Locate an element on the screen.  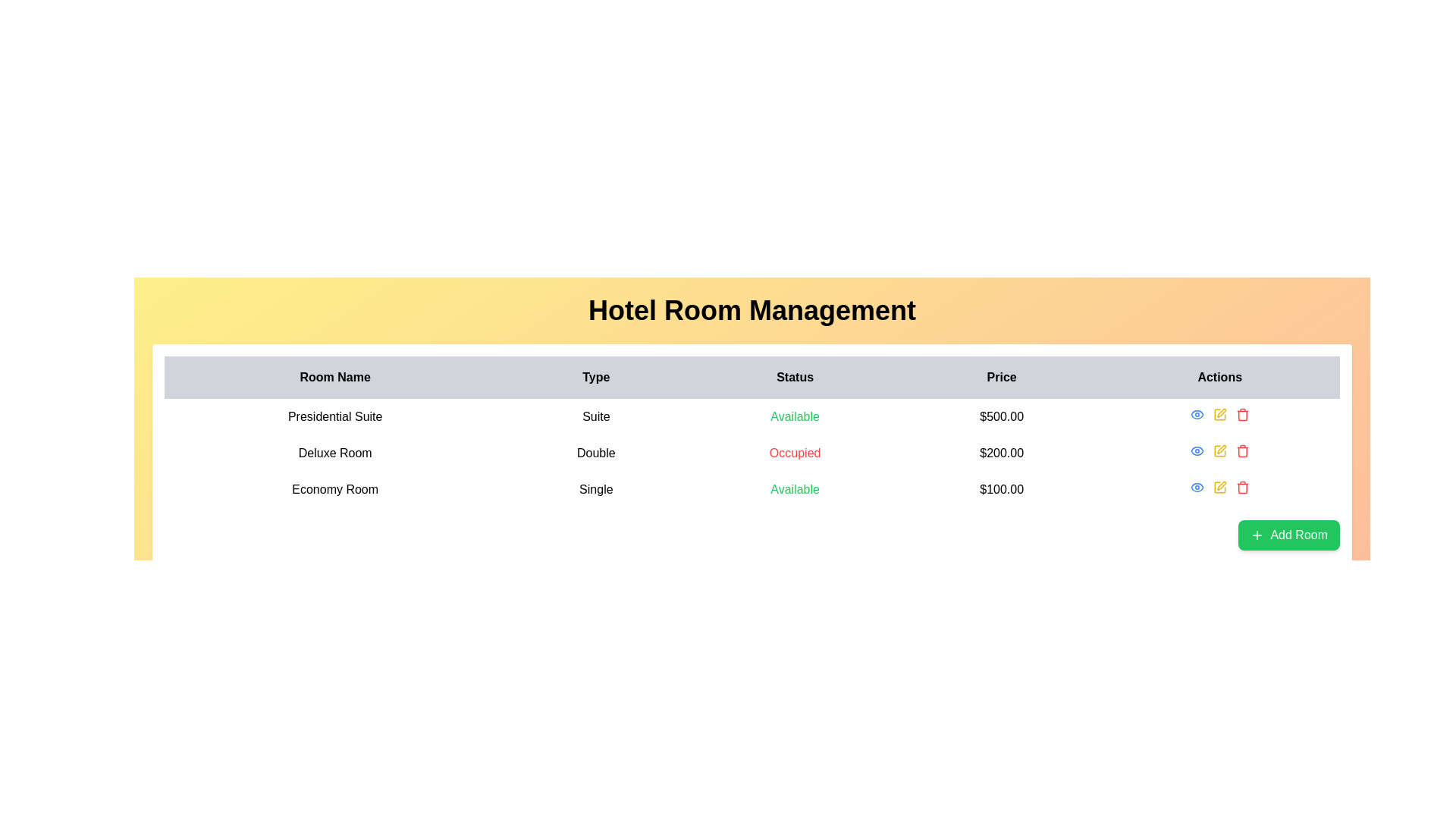
the yellow pencil icon in the Inline action buttons group for the 'Deluxe Room' entry is located at coordinates (1219, 450).